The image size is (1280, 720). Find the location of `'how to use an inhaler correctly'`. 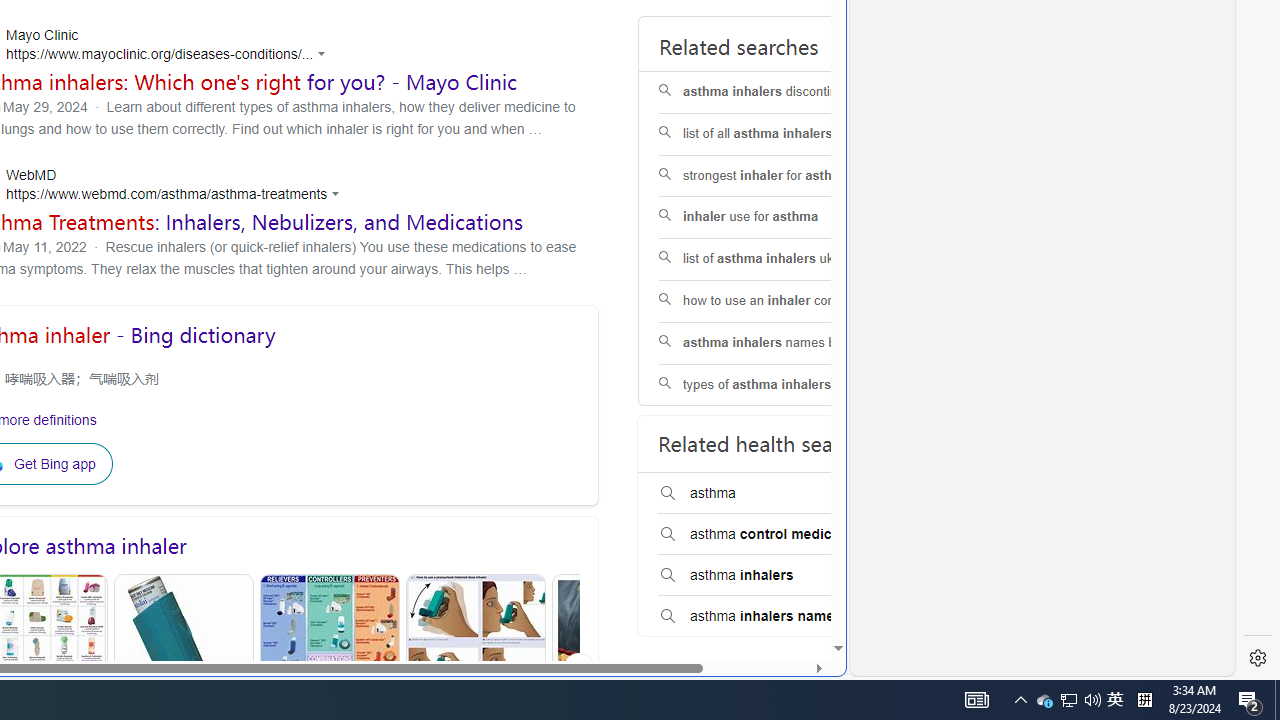

'how to use an inhaler correctly' is located at coordinates (784, 301).